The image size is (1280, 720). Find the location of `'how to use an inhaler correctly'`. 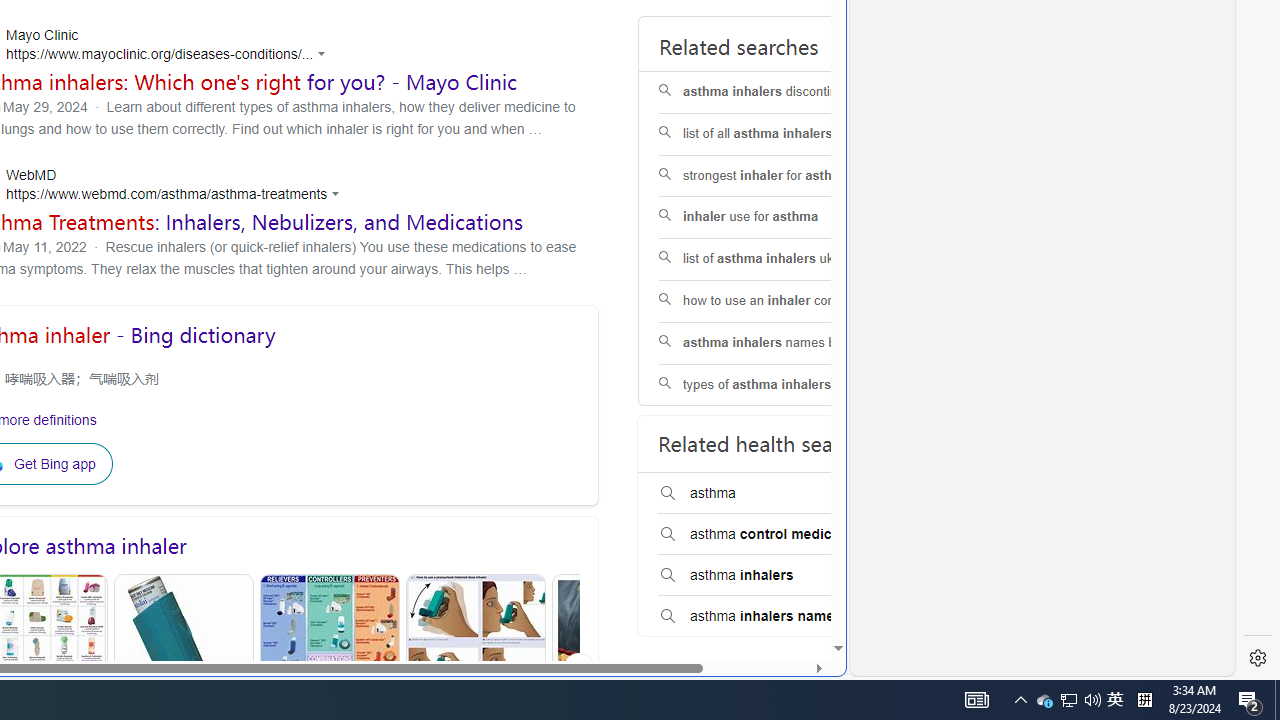

'how to use an inhaler correctly' is located at coordinates (784, 301).